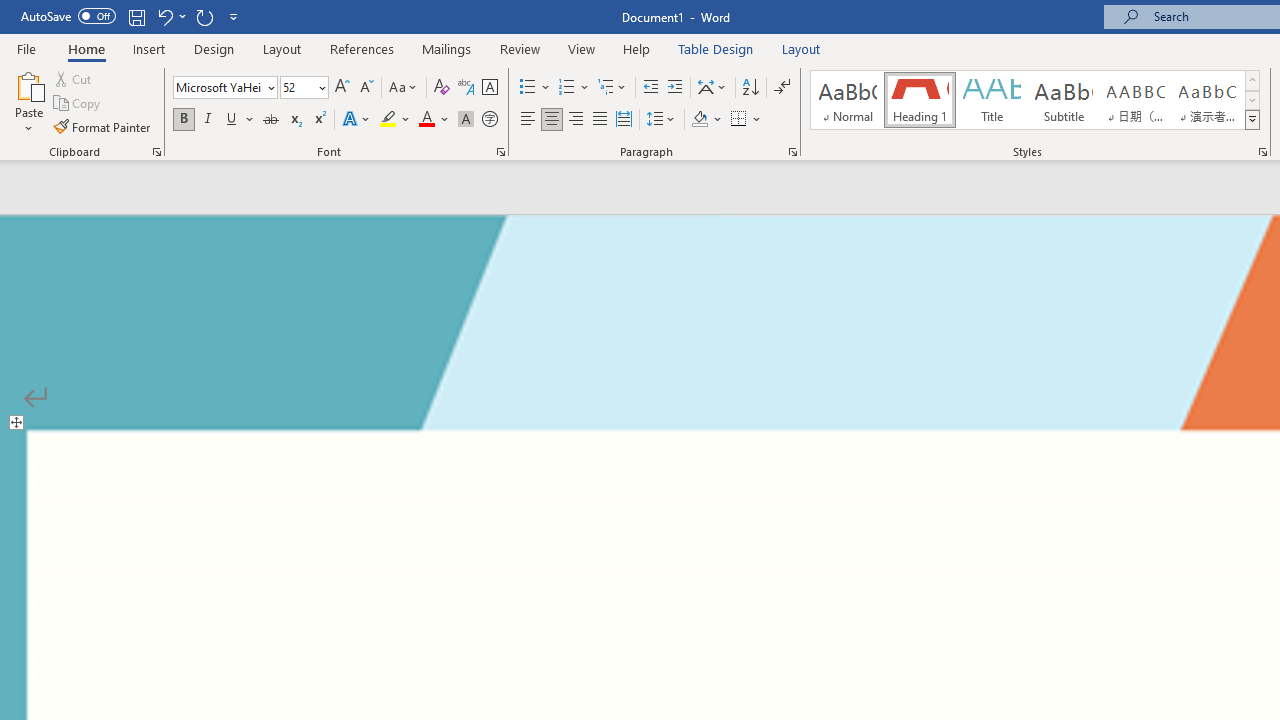 The height and width of the screenshot is (720, 1280). Describe the element at coordinates (1251, 120) in the screenshot. I see `'Styles'` at that location.